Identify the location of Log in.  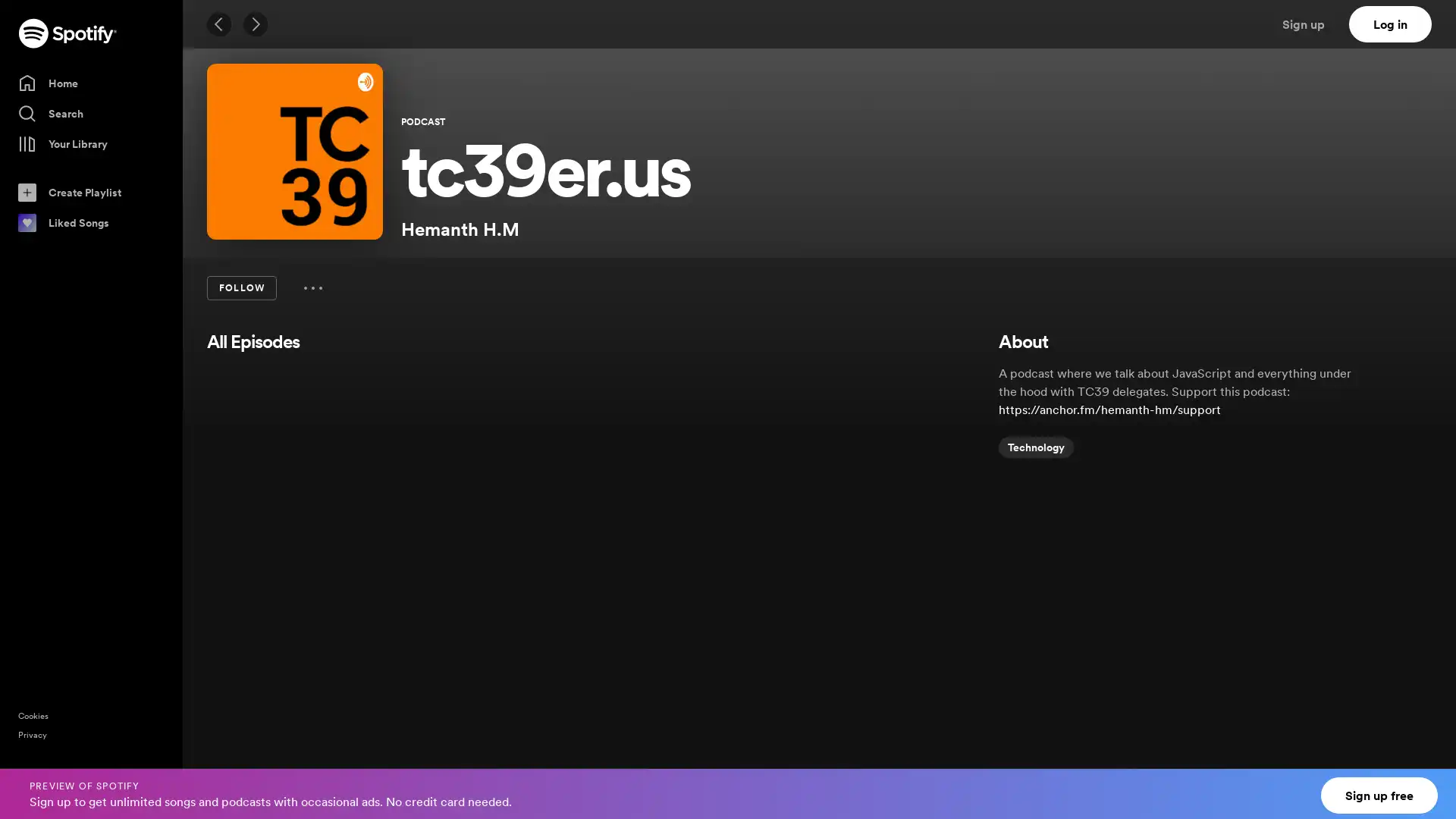
(1390, 24).